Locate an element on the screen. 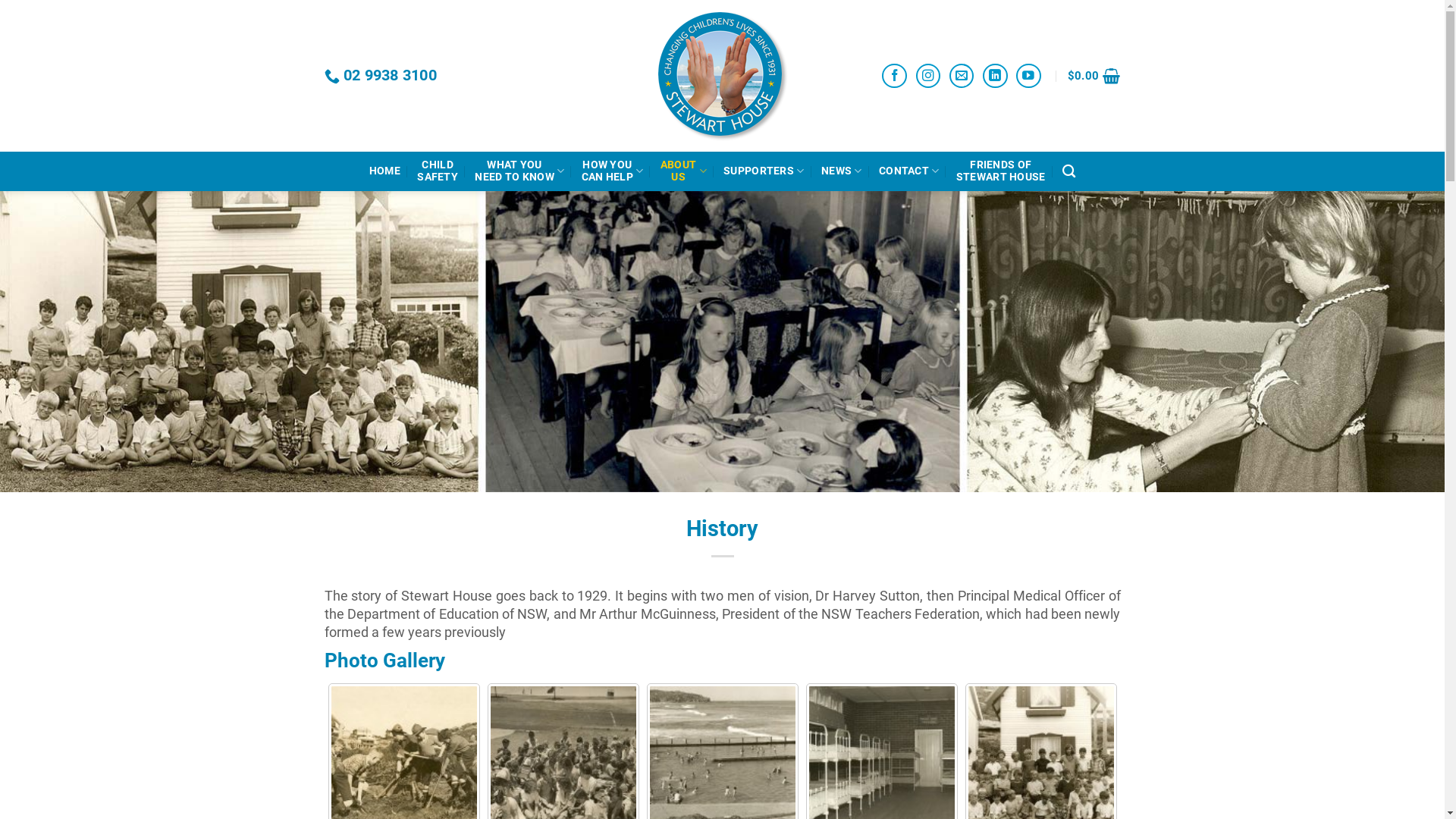  'Send us an email' is located at coordinates (961, 76).